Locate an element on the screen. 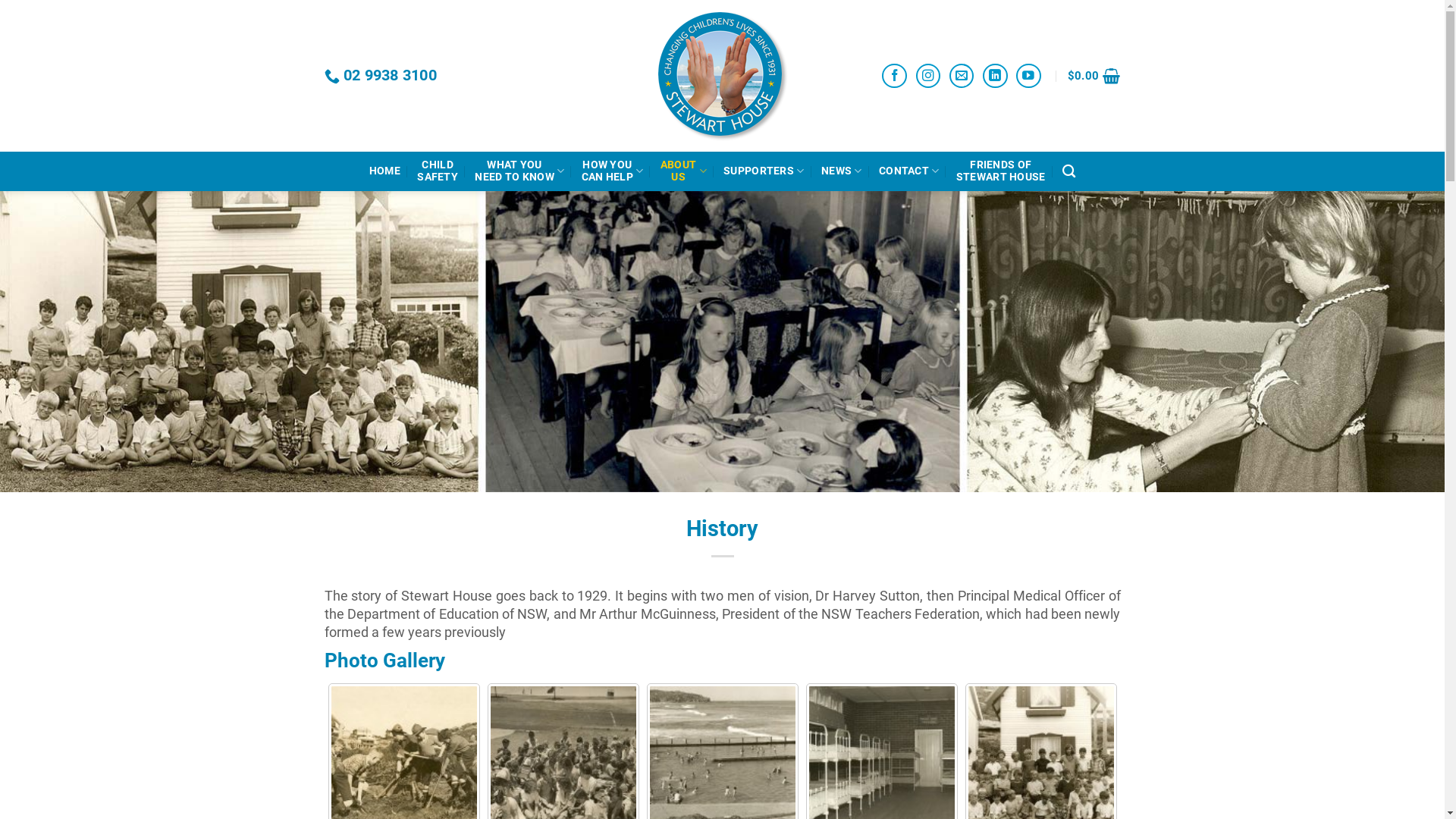  'Send us an email' is located at coordinates (961, 76).